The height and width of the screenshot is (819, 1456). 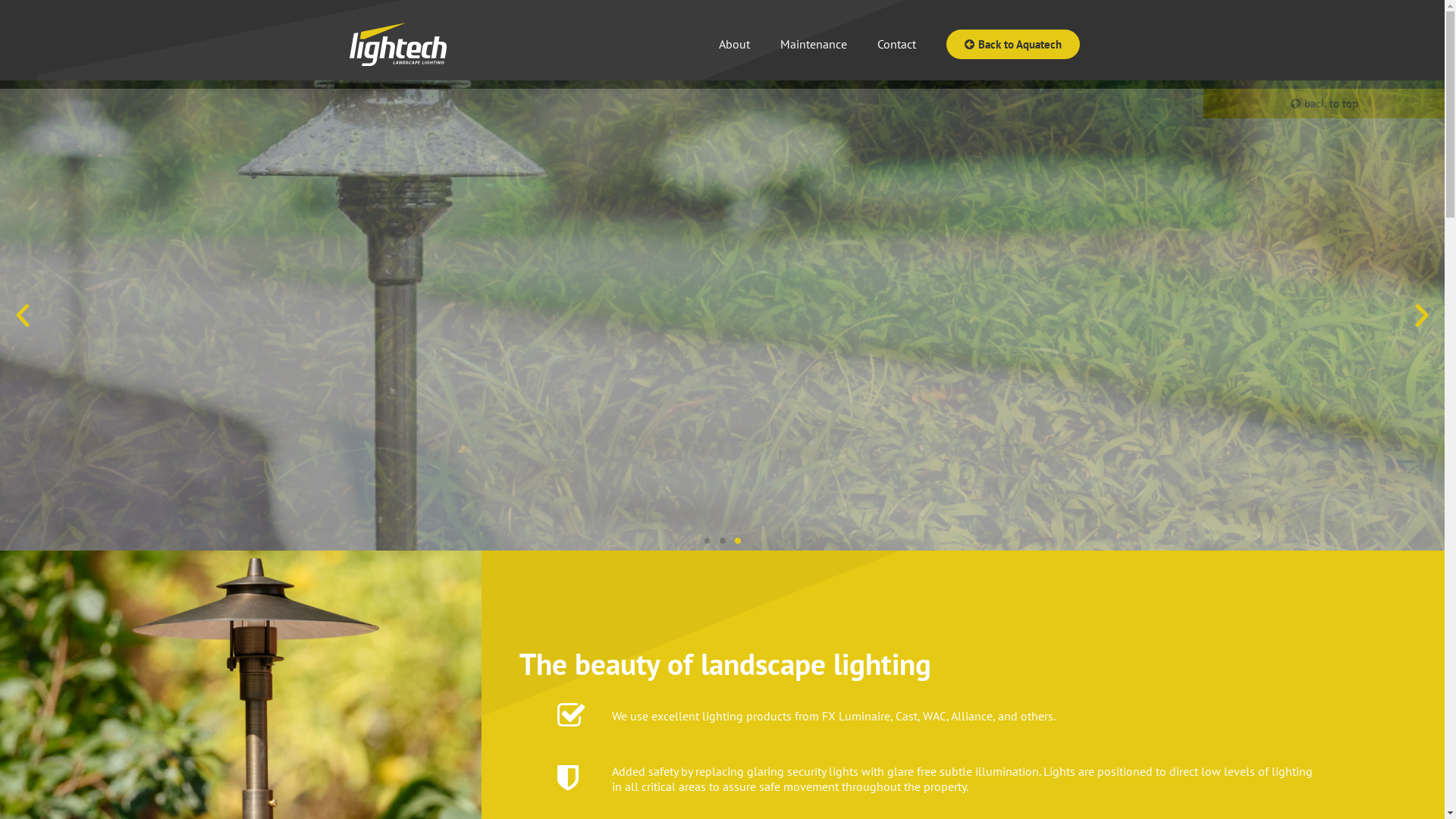 What do you see at coordinates (1323, 102) in the screenshot?
I see `'back to top'` at bounding box center [1323, 102].